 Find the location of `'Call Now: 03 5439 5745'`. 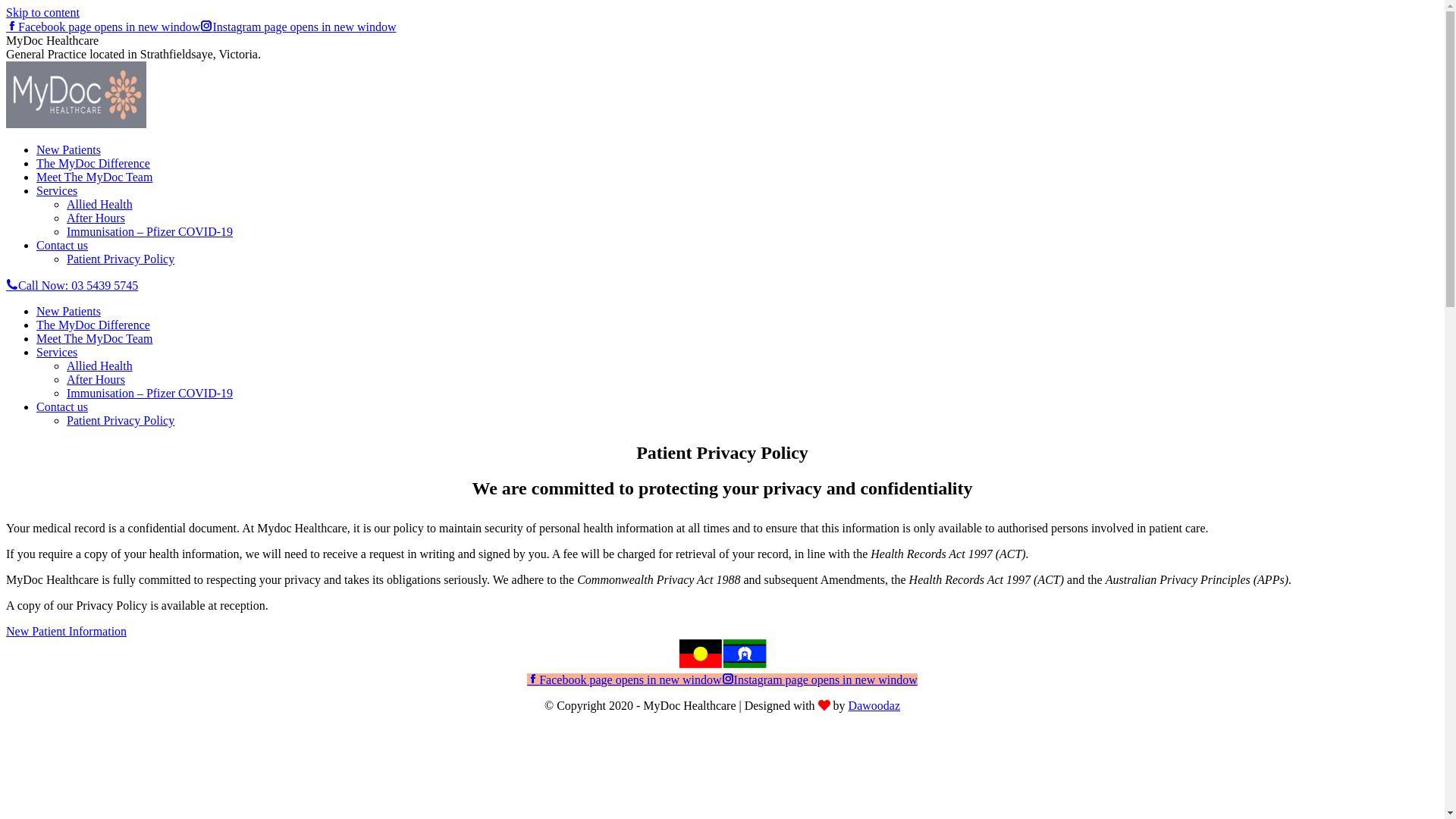

'Call Now: 03 5439 5745' is located at coordinates (71, 285).